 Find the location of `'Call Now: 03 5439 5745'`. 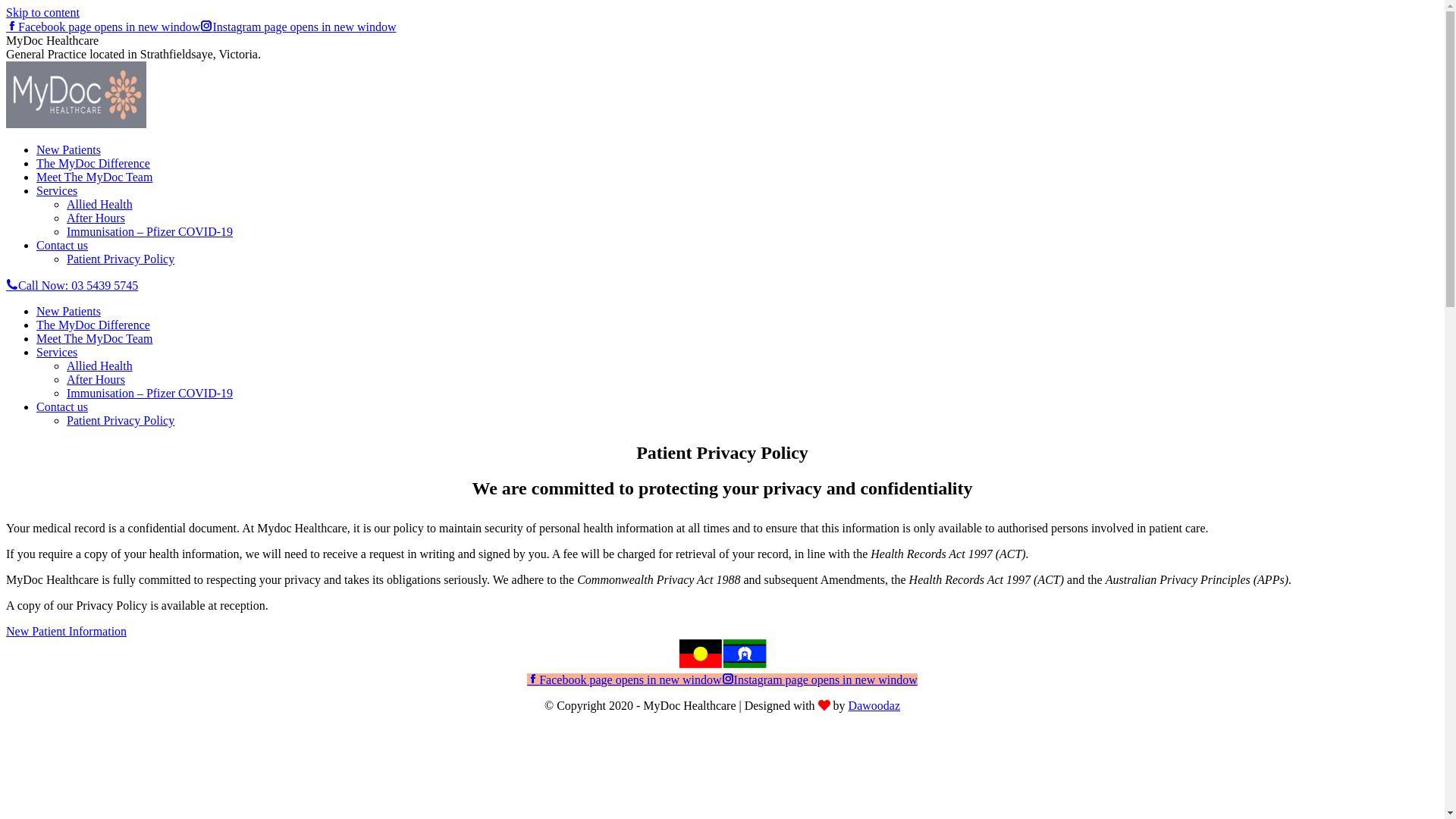

'Call Now: 03 5439 5745' is located at coordinates (71, 285).